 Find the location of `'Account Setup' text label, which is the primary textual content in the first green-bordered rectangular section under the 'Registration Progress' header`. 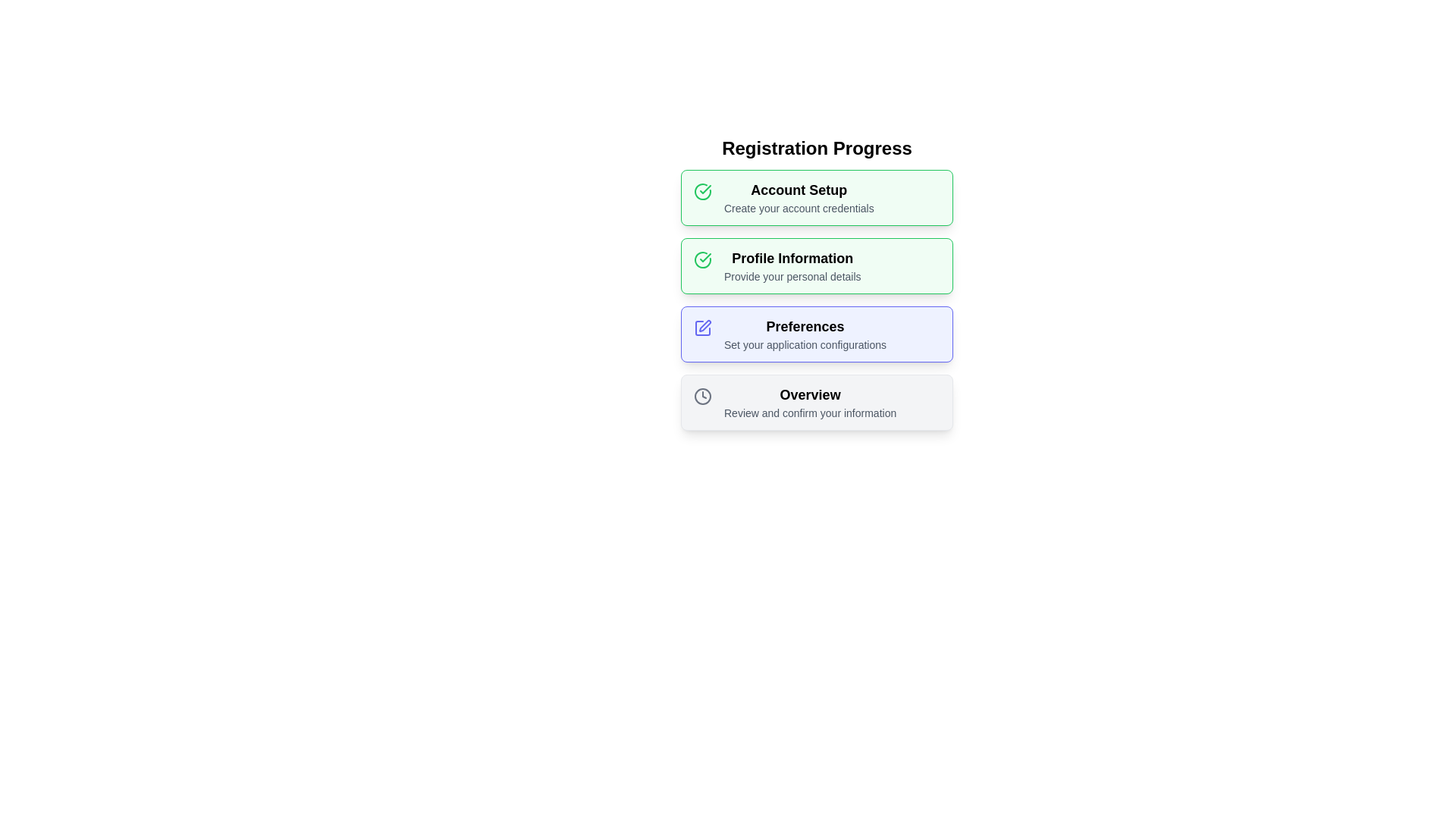

'Account Setup' text label, which is the primary textual content in the first green-bordered rectangular section under the 'Registration Progress' header is located at coordinates (798, 197).